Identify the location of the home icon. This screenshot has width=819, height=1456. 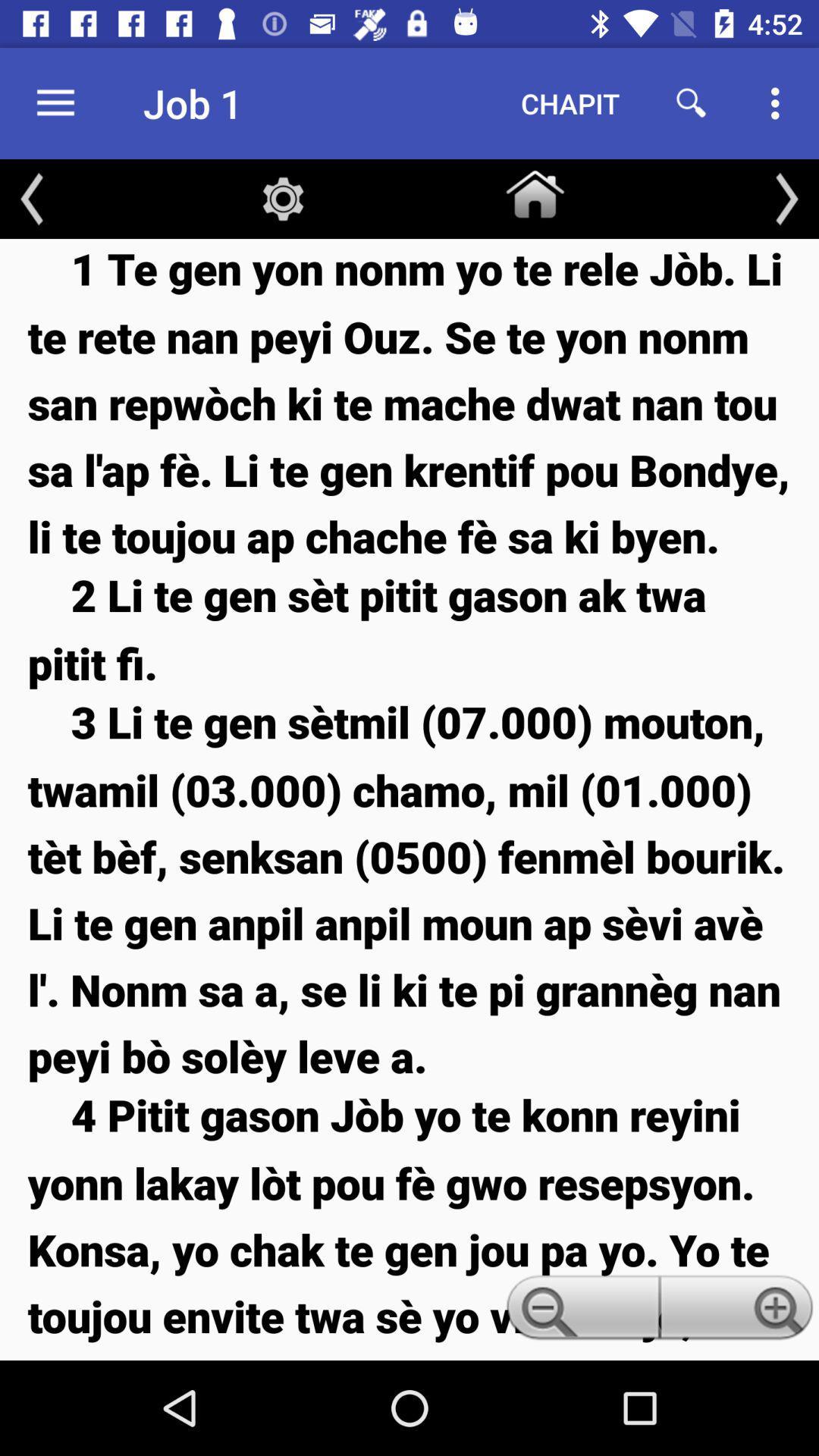
(534, 190).